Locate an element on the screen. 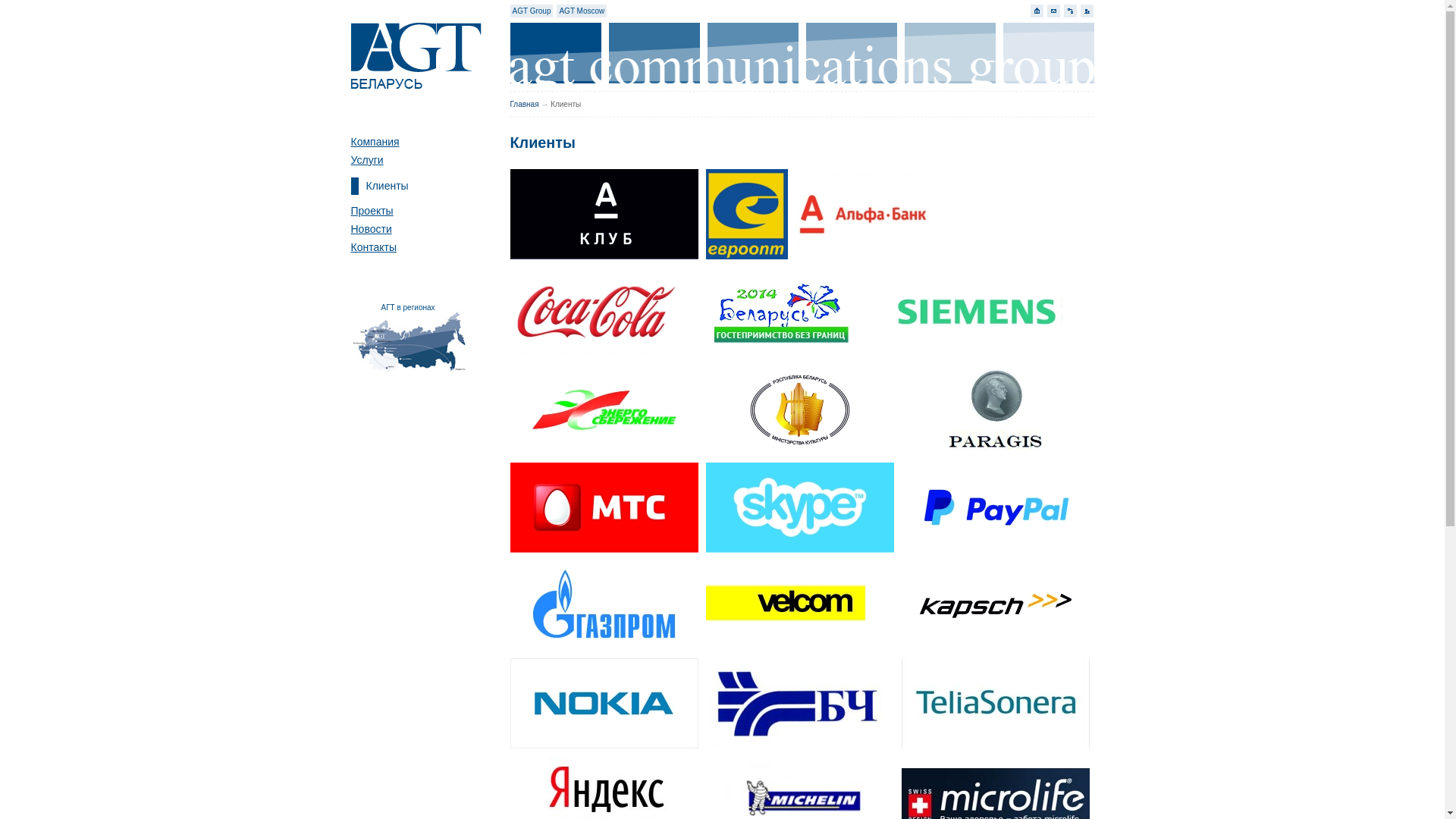  'pr@agt.by' is located at coordinates (1053, 11).